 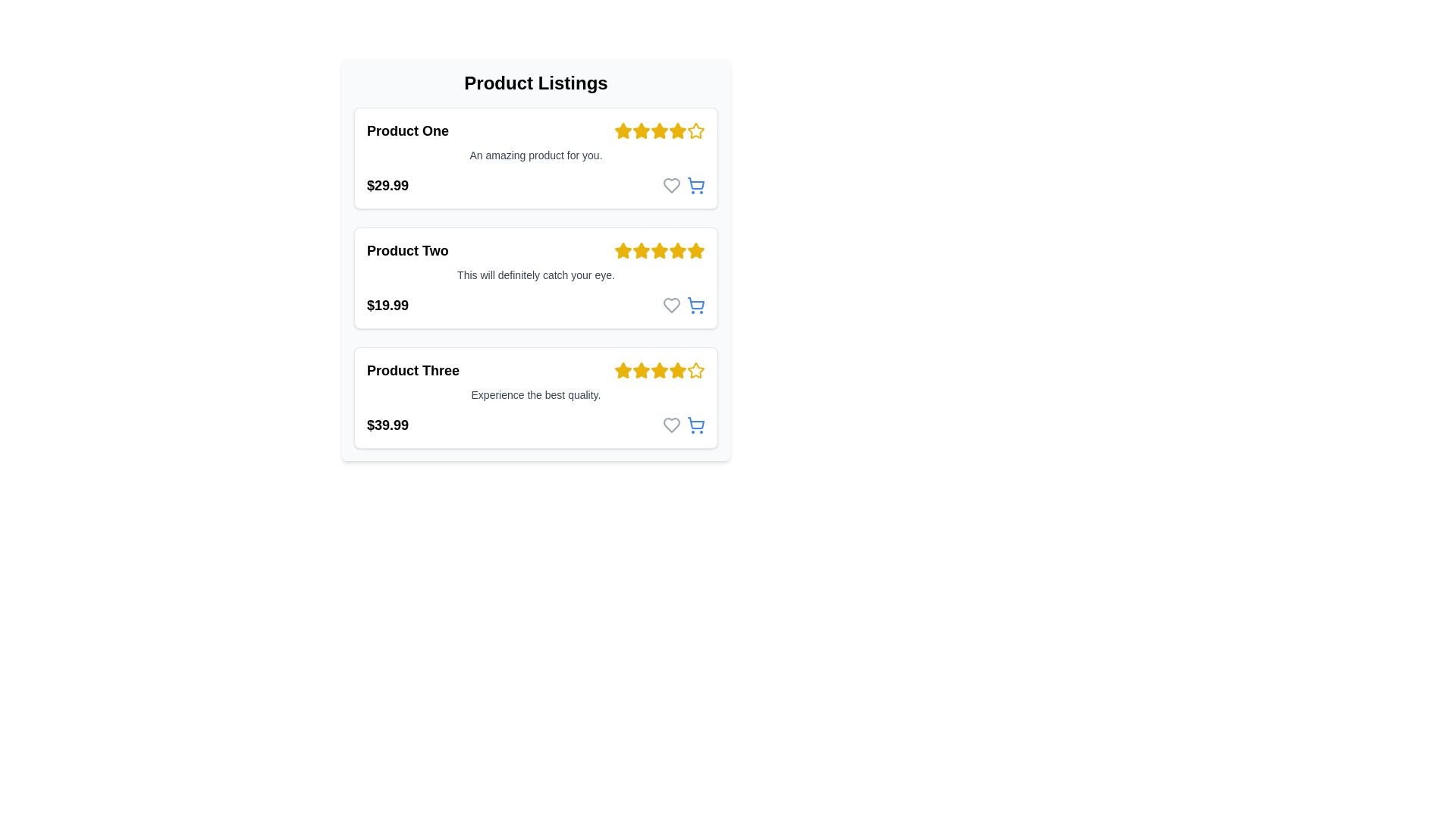 What do you see at coordinates (659, 130) in the screenshot?
I see `the fourth star in the rating component located under the header 'Product Listings' to assess the product rating` at bounding box center [659, 130].